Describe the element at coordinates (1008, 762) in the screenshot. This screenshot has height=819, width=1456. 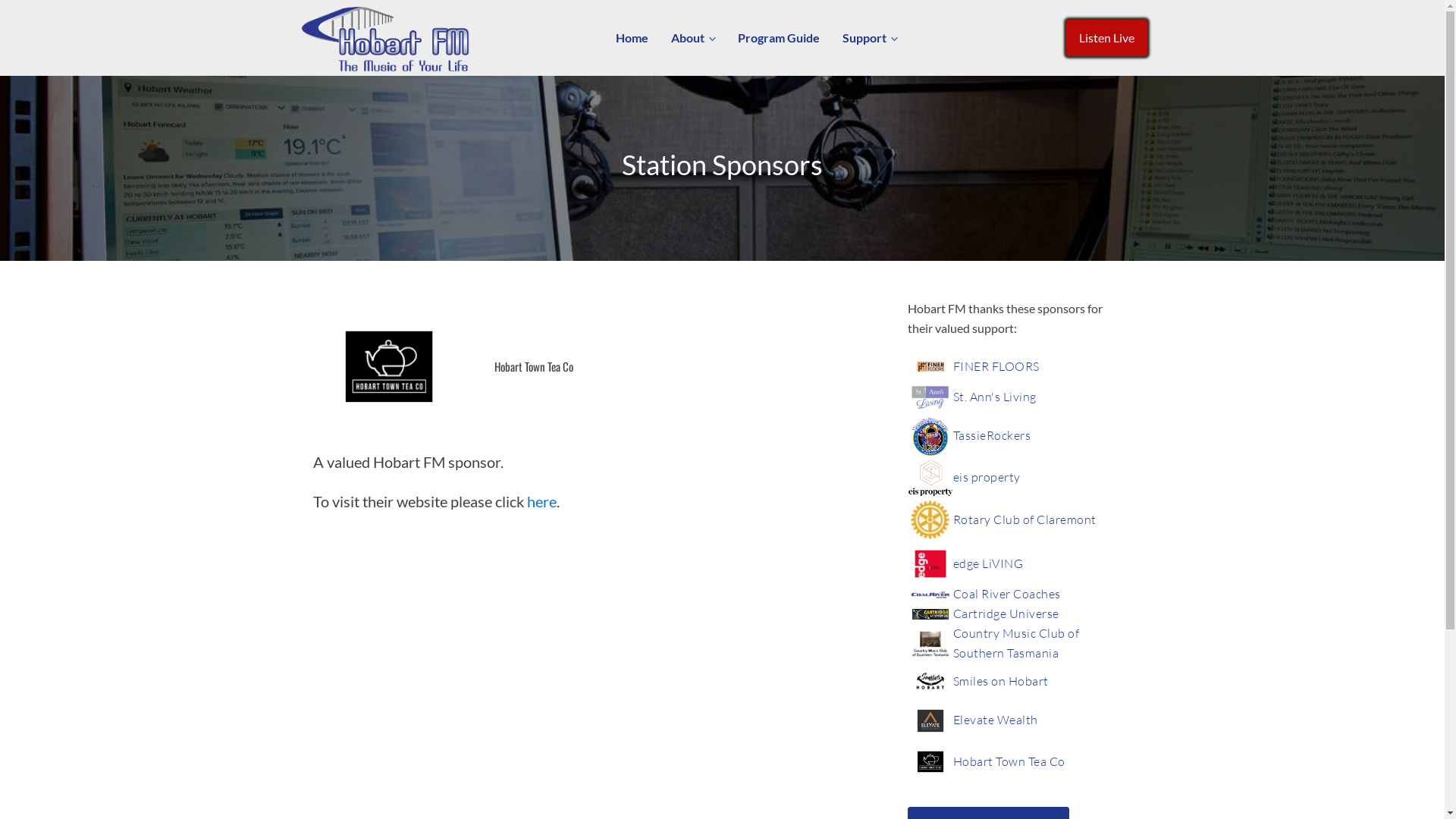
I see `'Hobart Town Tea Co'` at that location.